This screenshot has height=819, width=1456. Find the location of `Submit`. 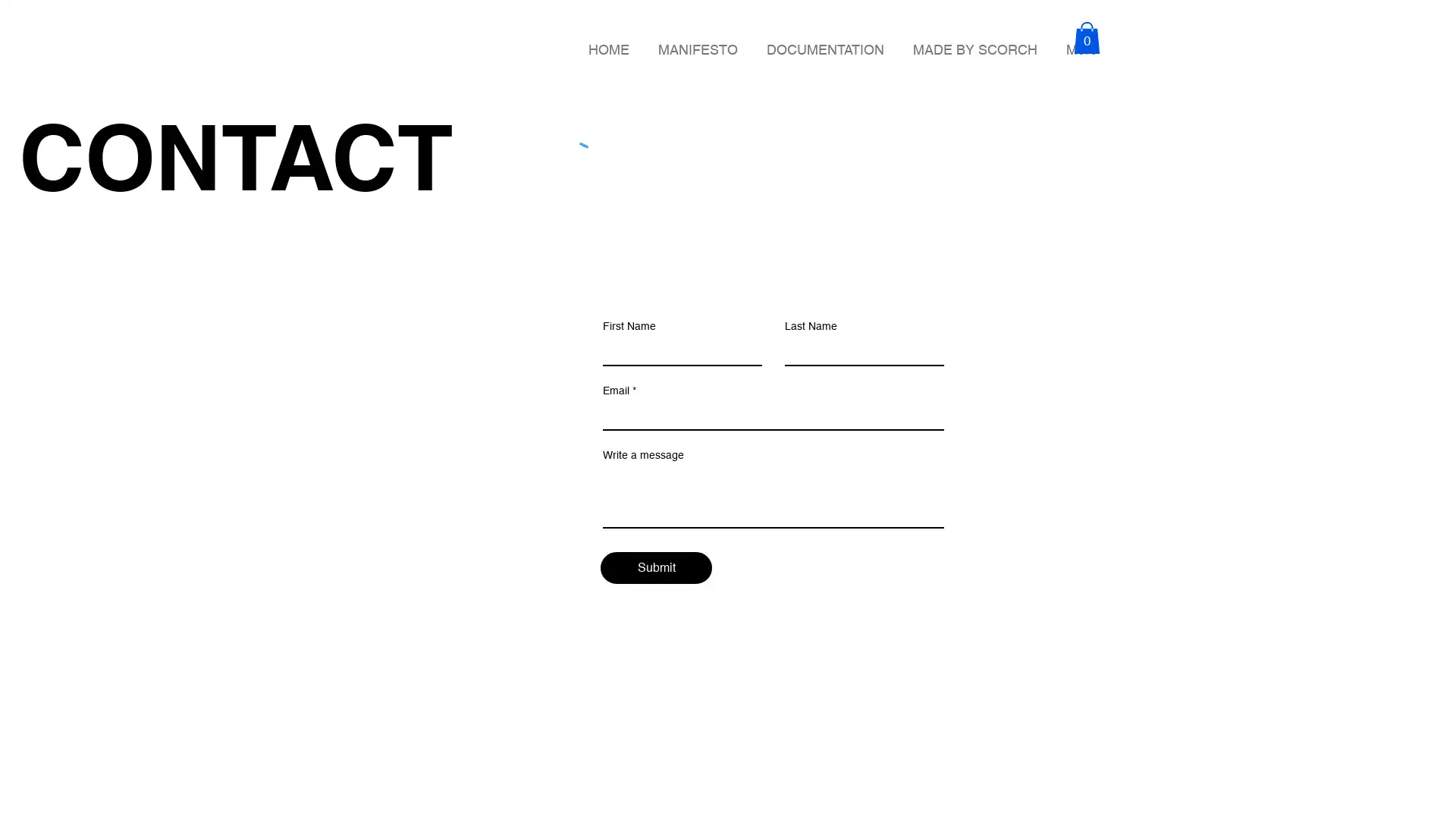

Submit is located at coordinates (656, 567).